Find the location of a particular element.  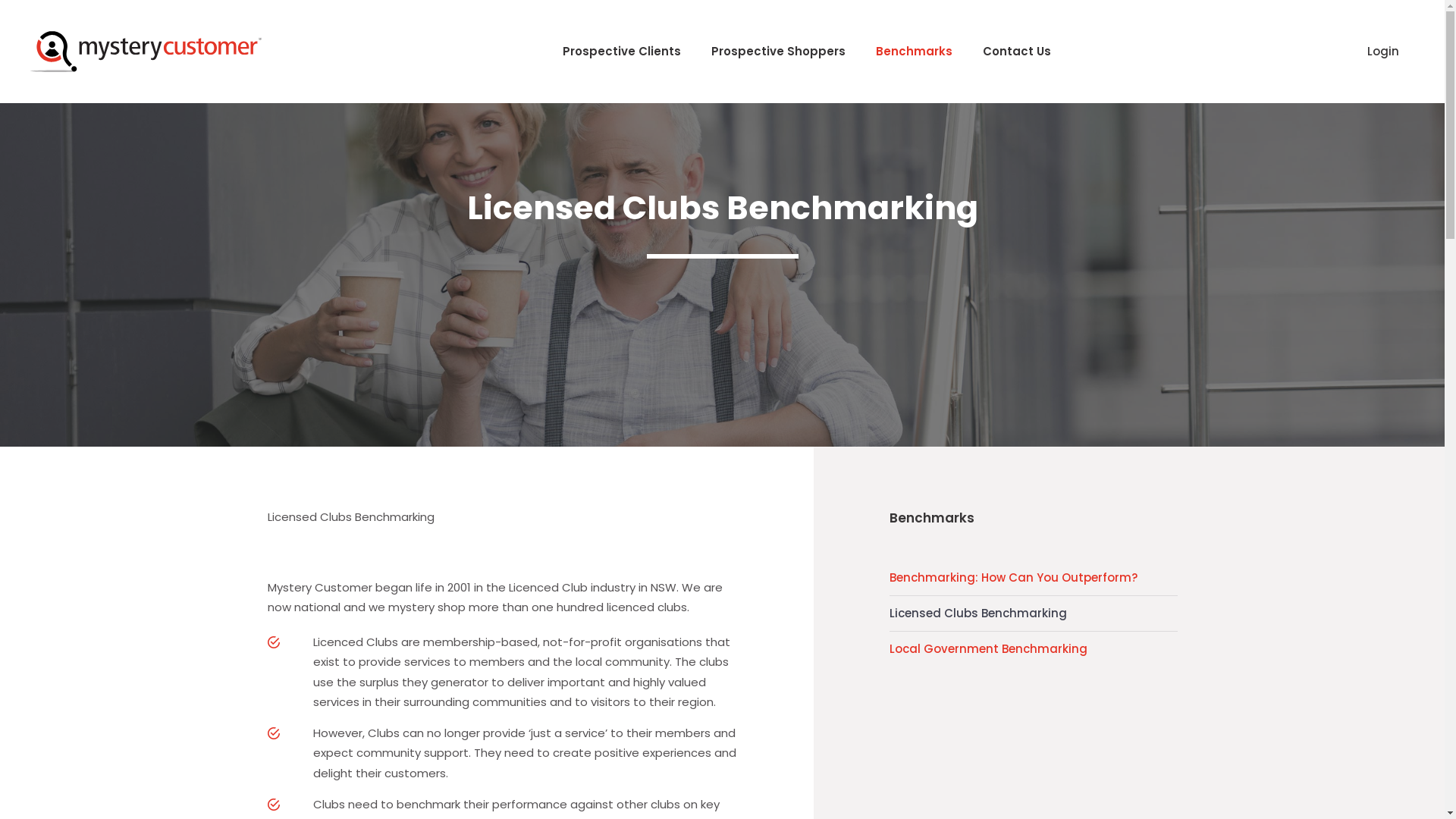

'Prospective Shoppers' is located at coordinates (778, 50).